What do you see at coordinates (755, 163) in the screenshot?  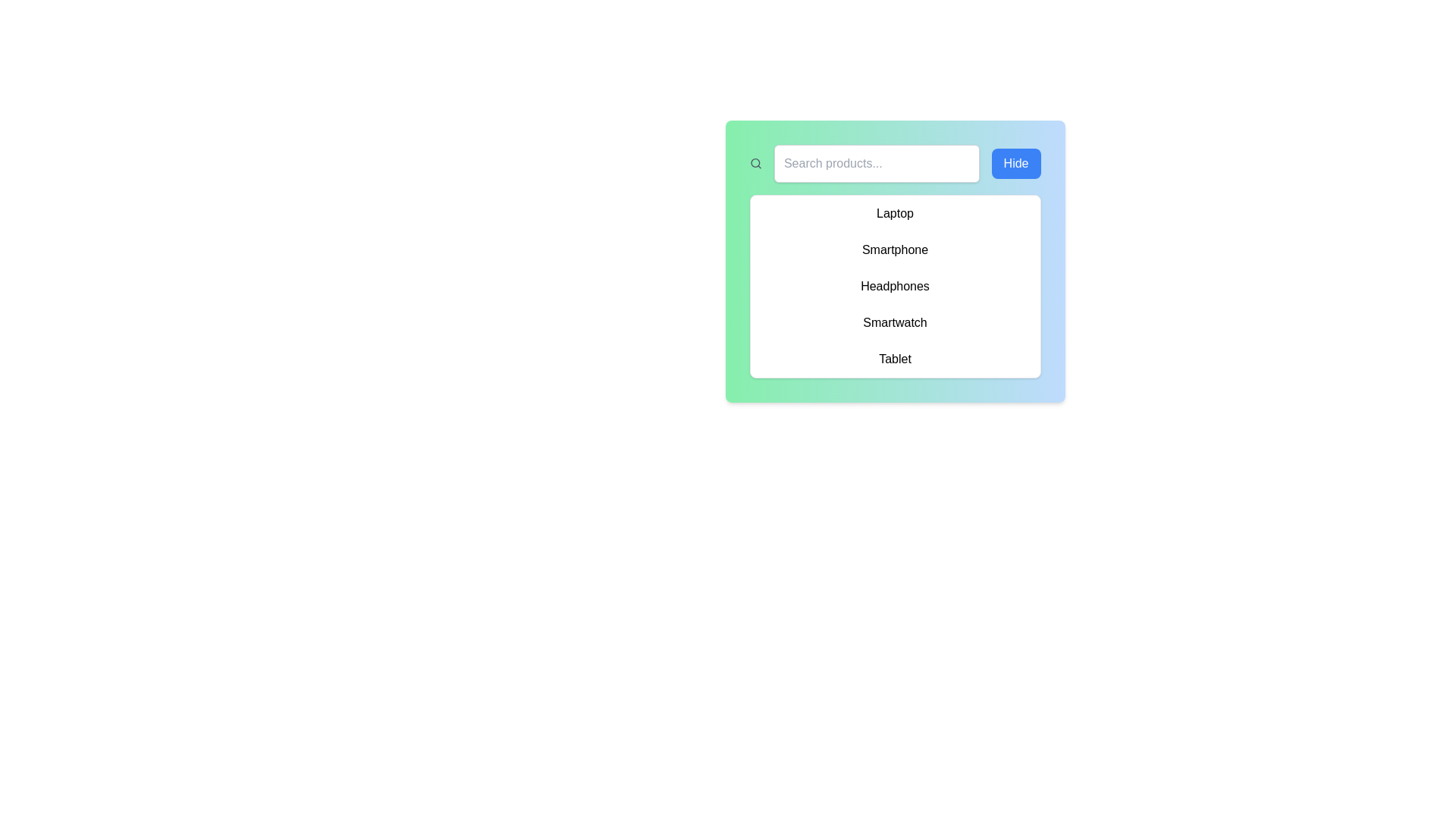 I see `the circular magnifying lens icon representing the search function located in the top-left corner of the green-gradient panel` at bounding box center [755, 163].